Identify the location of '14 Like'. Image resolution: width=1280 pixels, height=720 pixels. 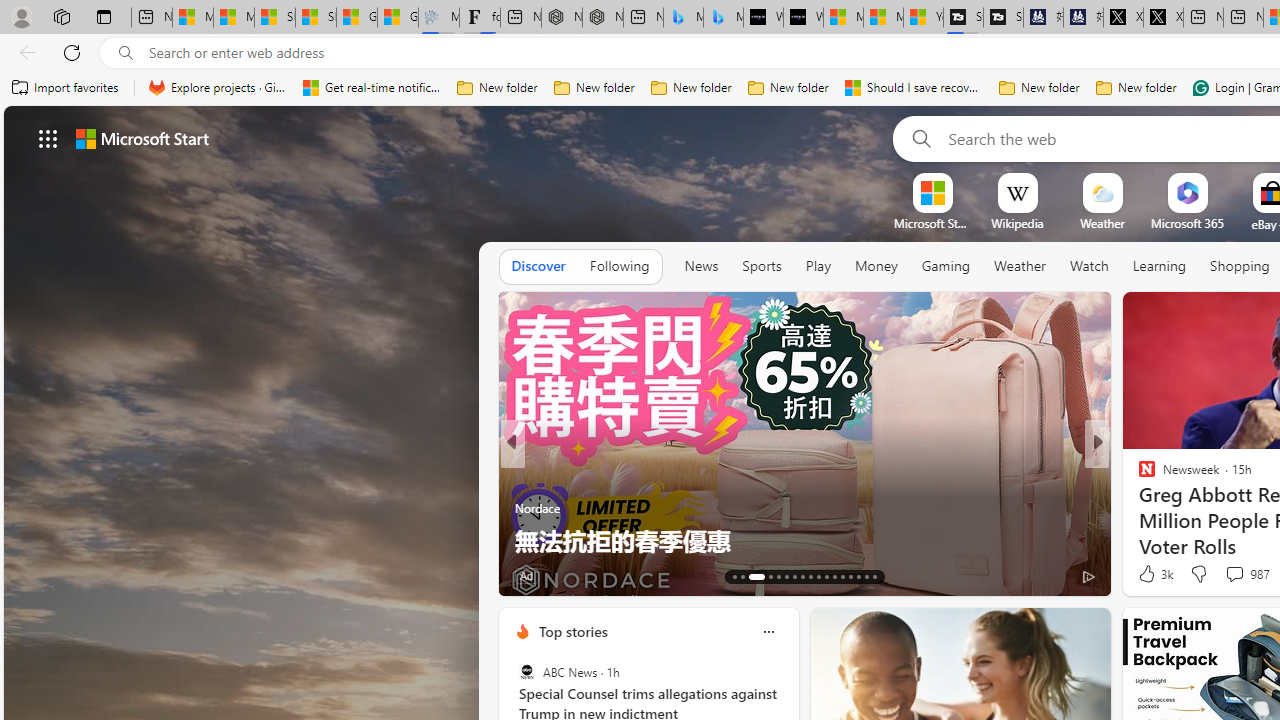
(1149, 575).